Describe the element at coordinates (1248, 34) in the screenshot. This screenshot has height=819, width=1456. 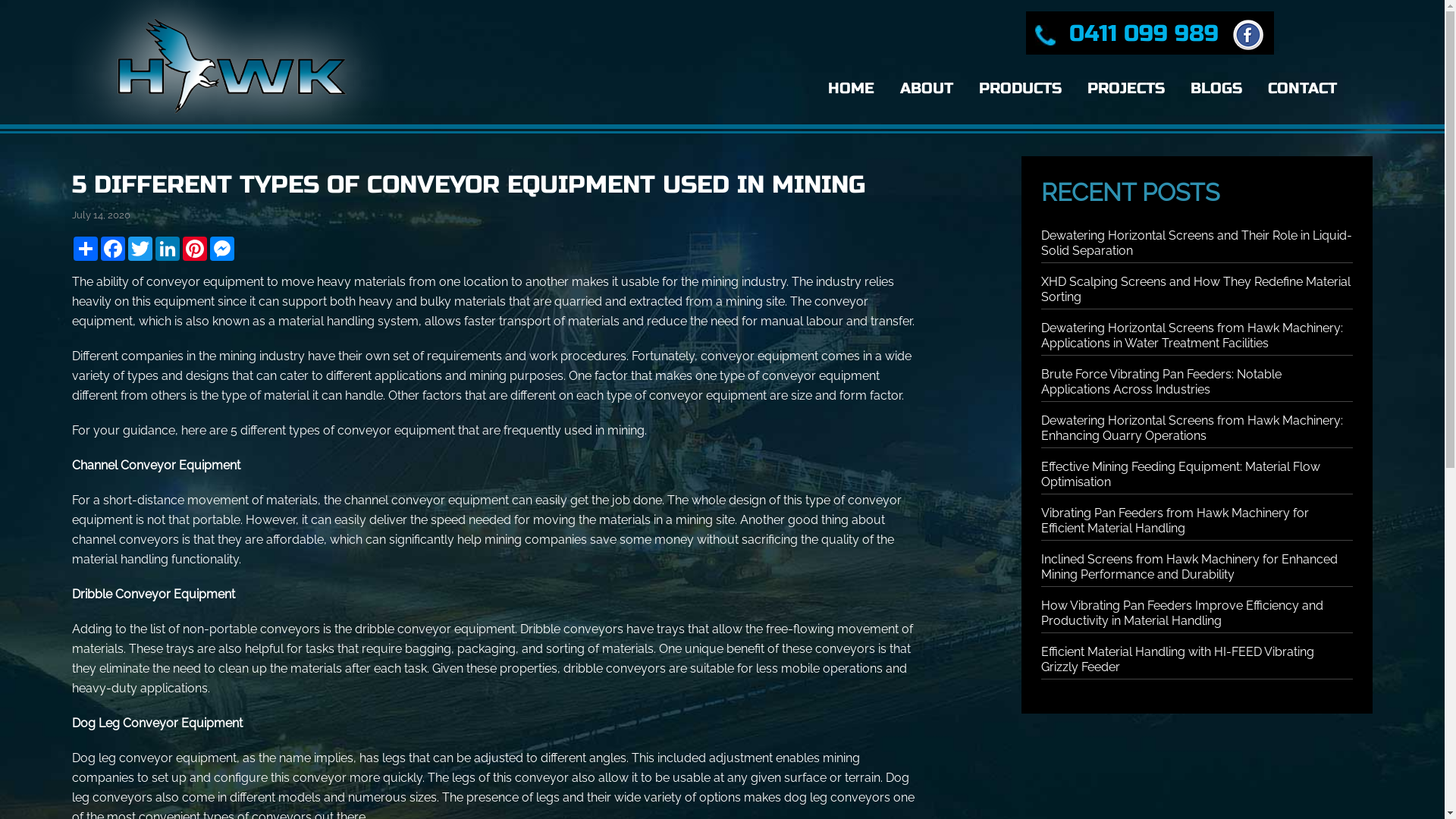
I see `'facebook'` at that location.